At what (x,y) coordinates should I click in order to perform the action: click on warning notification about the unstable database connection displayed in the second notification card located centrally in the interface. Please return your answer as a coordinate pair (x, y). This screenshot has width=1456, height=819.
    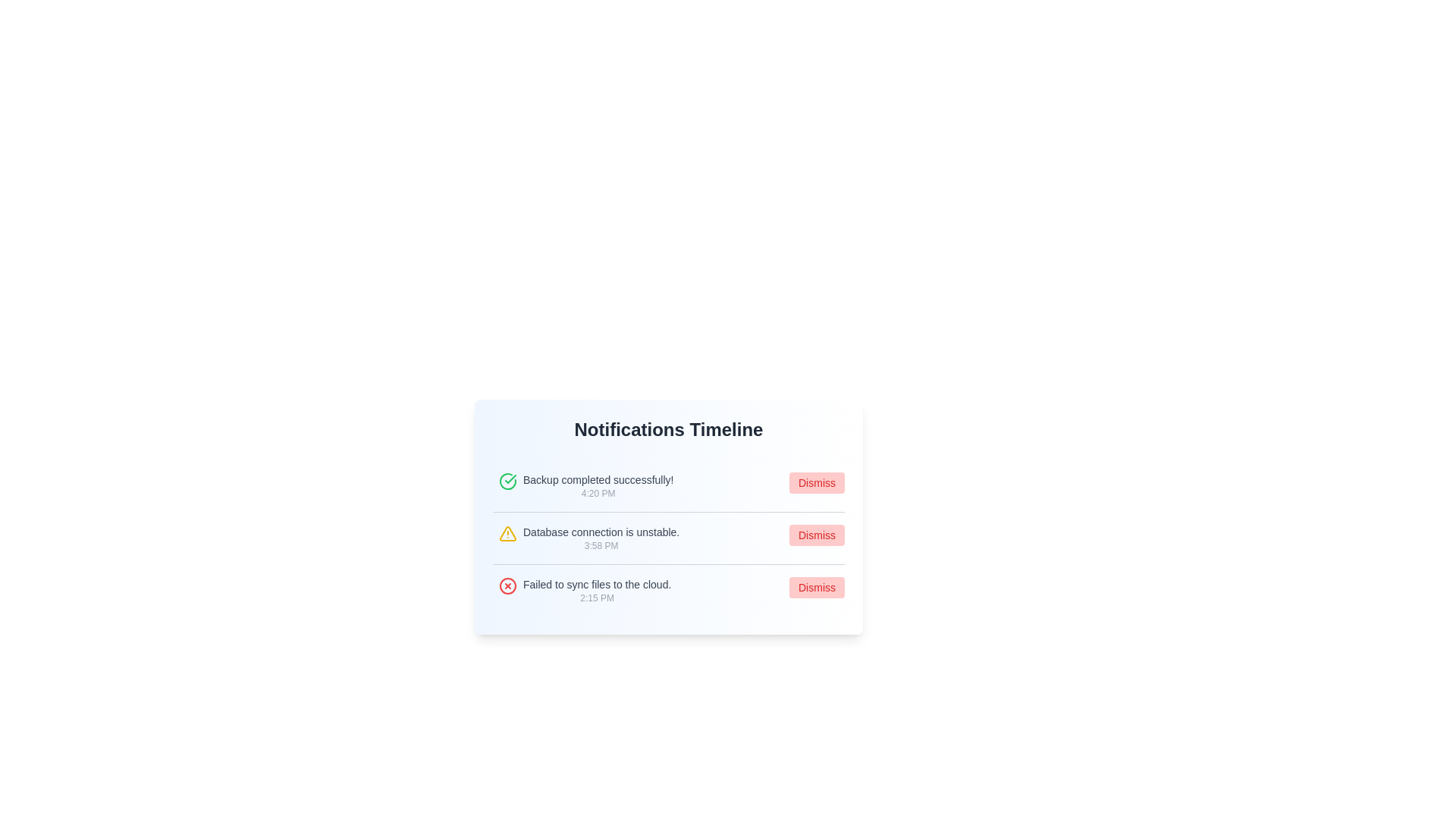
    Looking at the image, I should click on (601, 537).